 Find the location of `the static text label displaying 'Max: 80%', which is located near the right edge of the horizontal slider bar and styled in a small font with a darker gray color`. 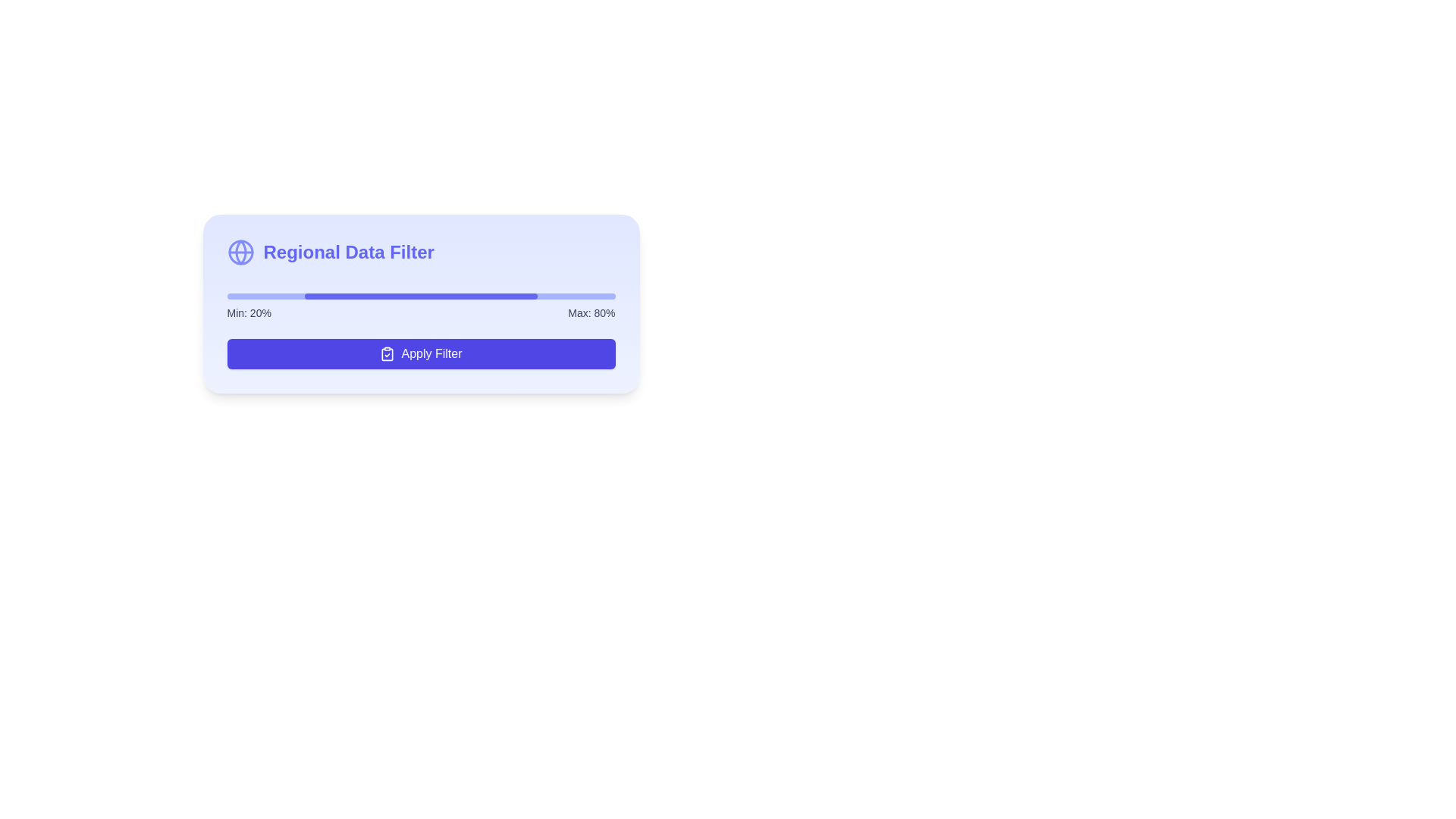

the static text label displaying 'Max: 80%', which is located near the right edge of the horizontal slider bar and styled in a small font with a darker gray color is located at coordinates (591, 312).